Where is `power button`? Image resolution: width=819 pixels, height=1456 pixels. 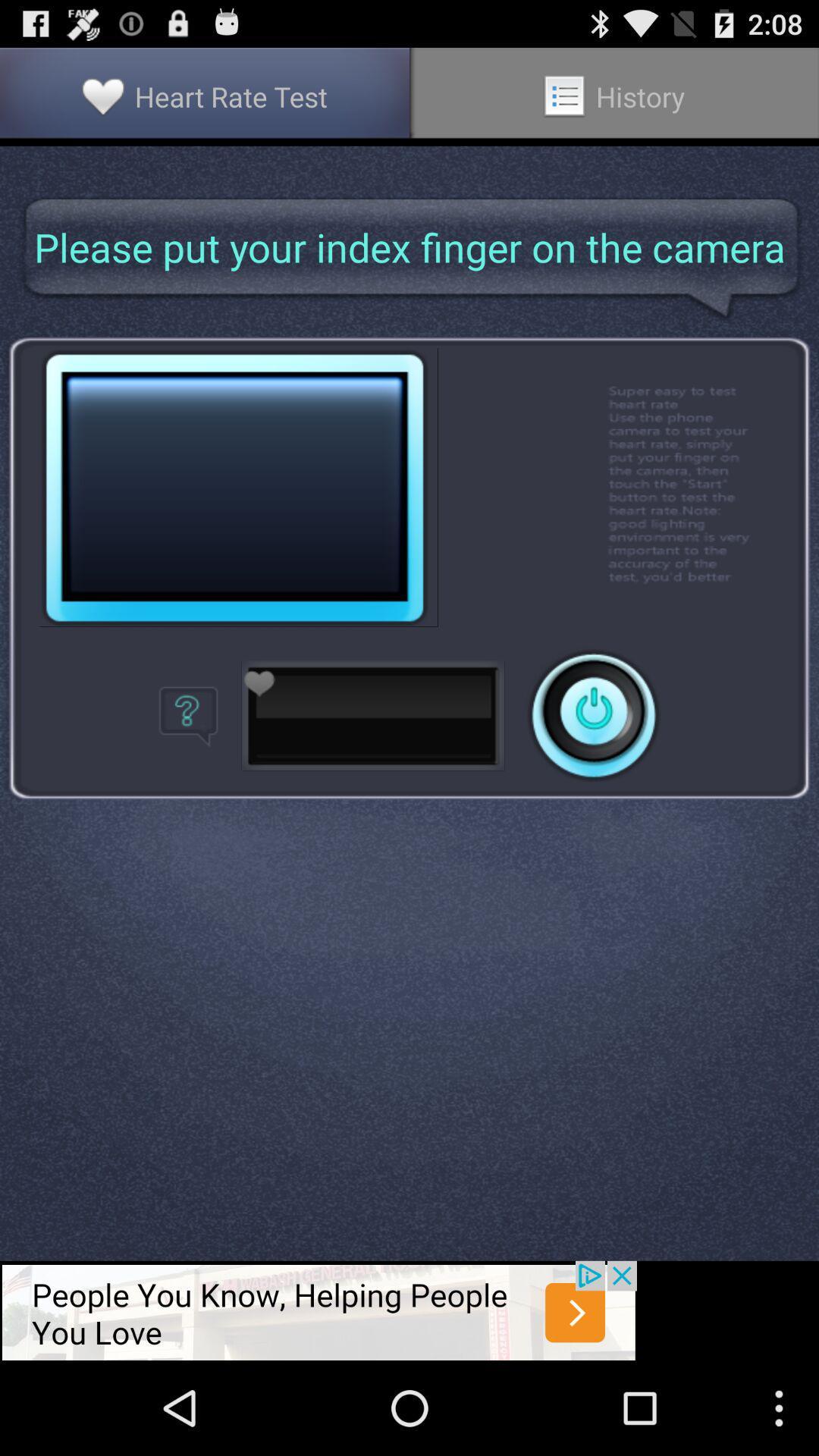 power button is located at coordinates (593, 714).